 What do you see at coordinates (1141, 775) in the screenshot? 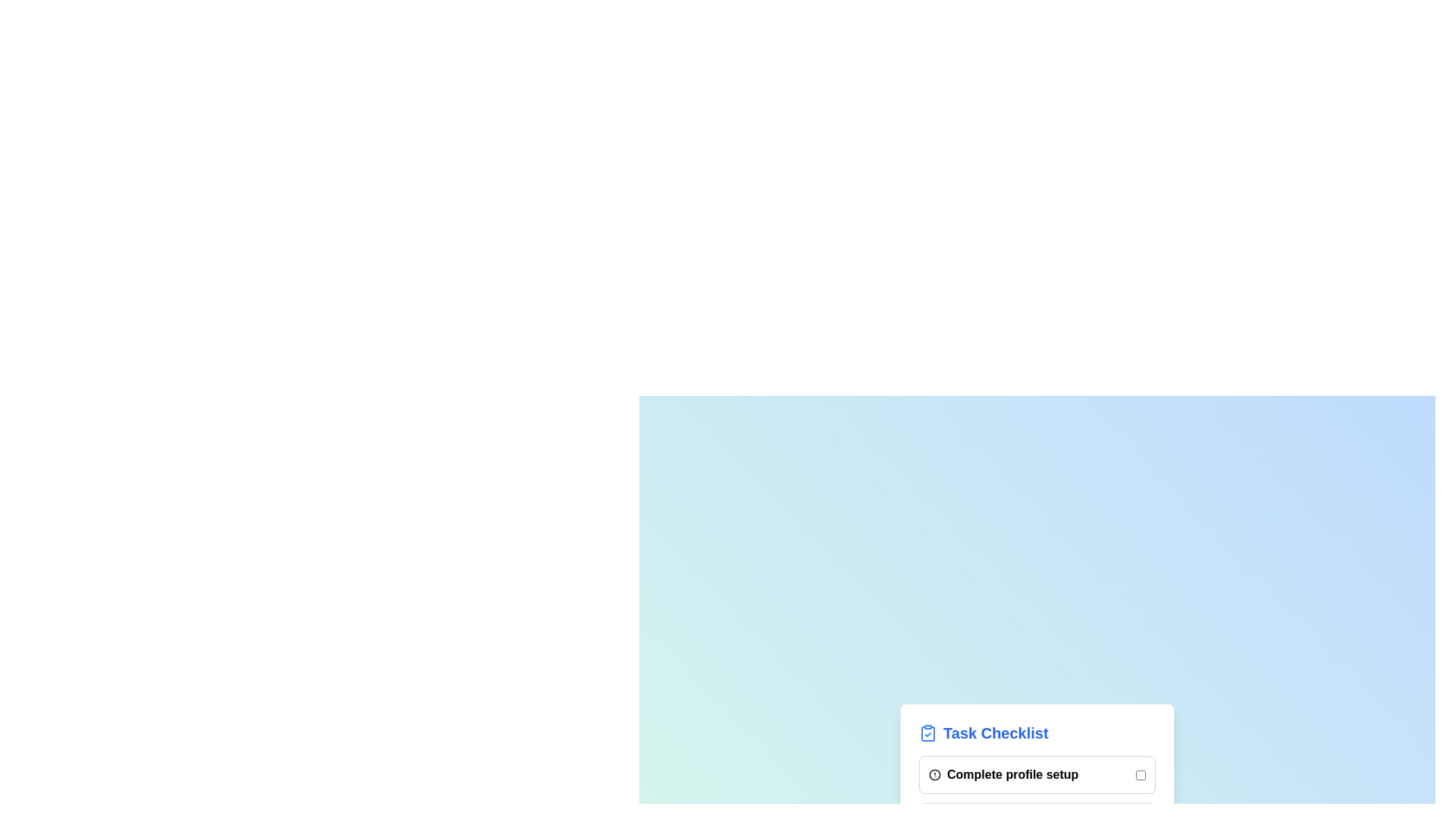
I see `the unmarked checkbox located within the 'Task Checklist' panel, positioned to the right of the 'Complete profile setup' option` at bounding box center [1141, 775].